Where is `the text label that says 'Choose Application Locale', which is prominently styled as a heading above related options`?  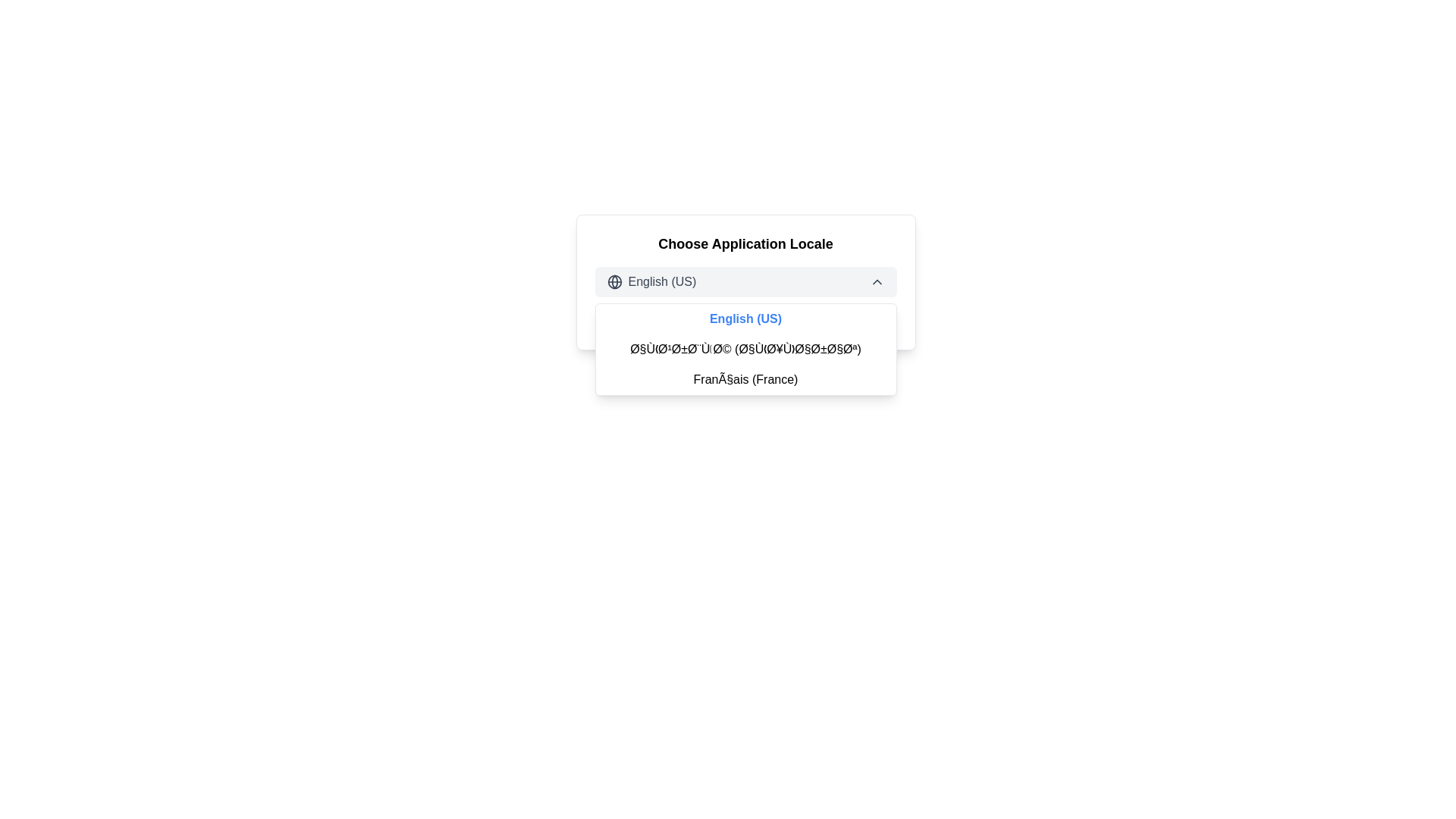 the text label that says 'Choose Application Locale', which is prominently styled as a heading above related options is located at coordinates (745, 243).